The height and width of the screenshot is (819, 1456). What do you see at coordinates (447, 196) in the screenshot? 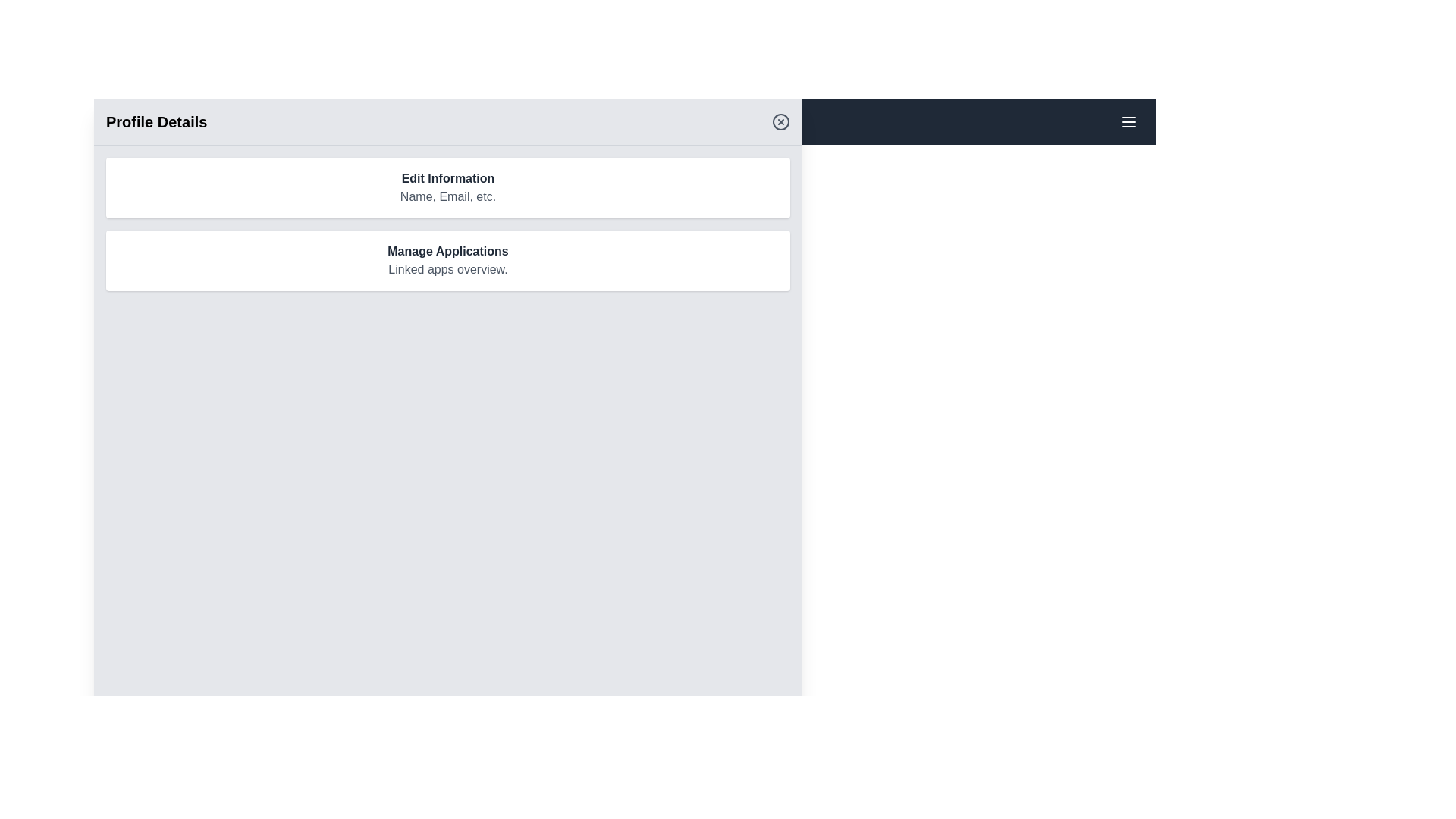
I see `the text element displaying 'Name, Email, etc.' in dim gray shade, located beneath the heading 'Edit Information'` at bounding box center [447, 196].